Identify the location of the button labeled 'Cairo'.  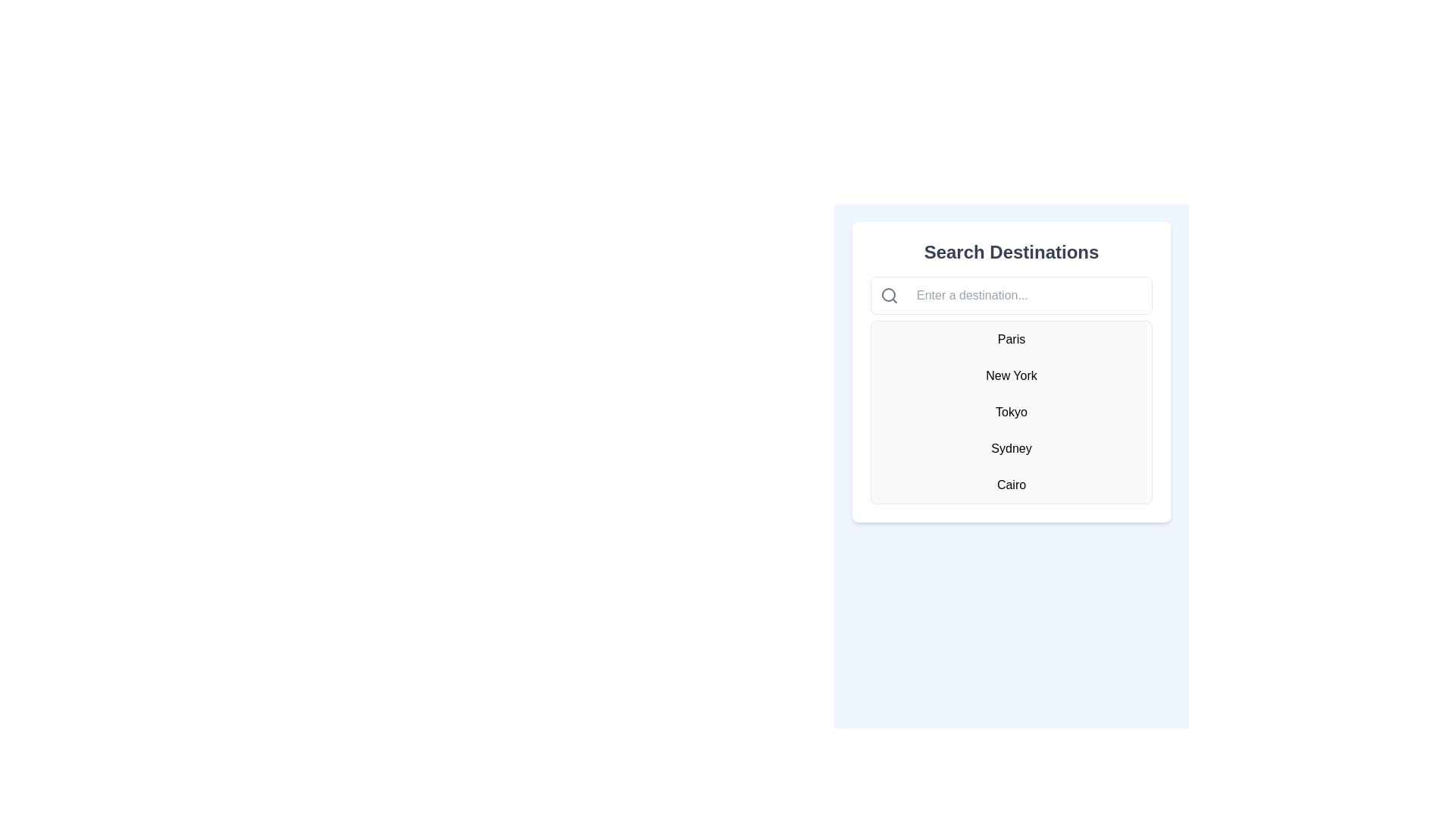
(1012, 485).